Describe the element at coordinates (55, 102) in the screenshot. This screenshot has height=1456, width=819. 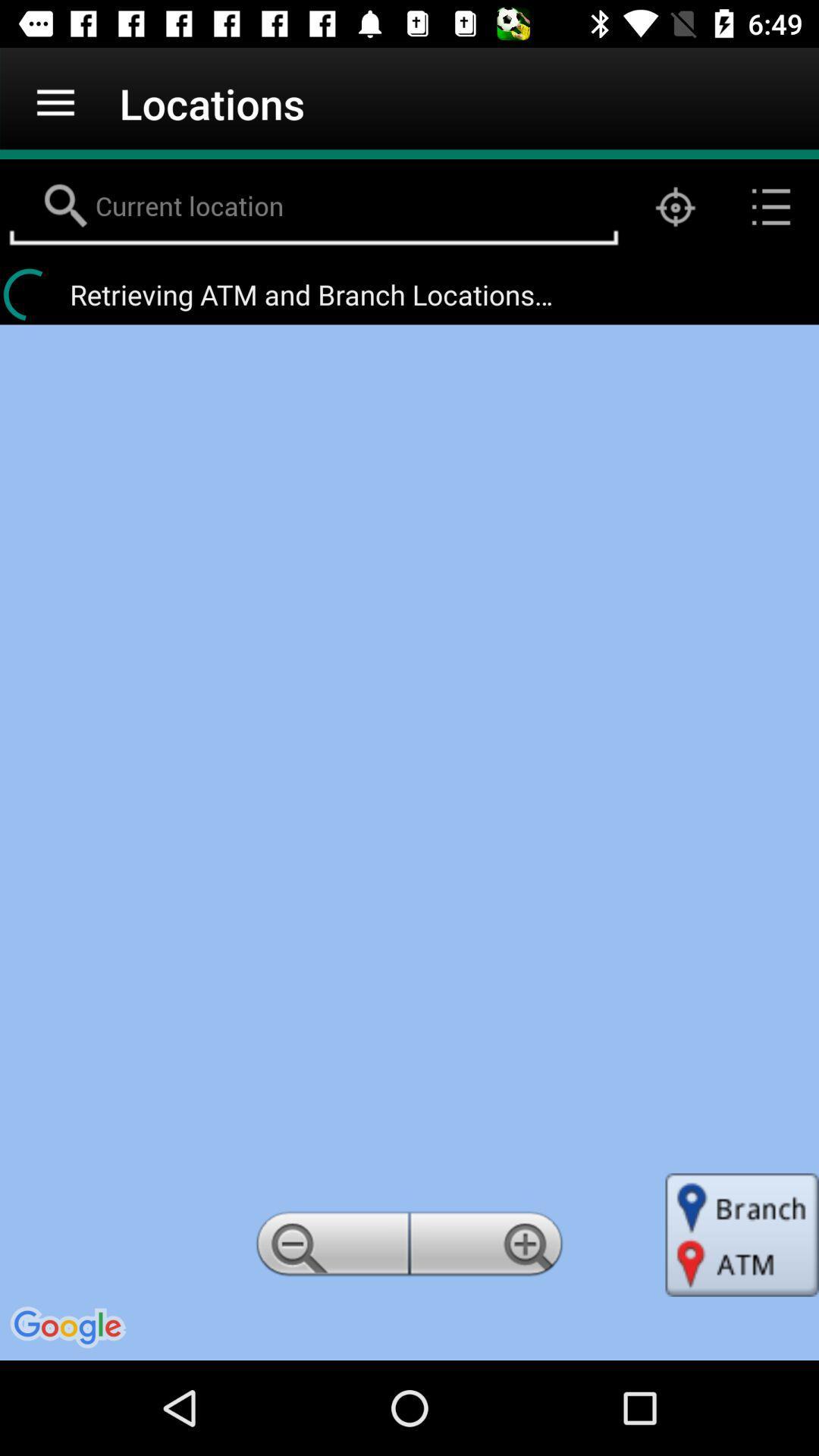
I see `the item next to the locations icon` at that location.